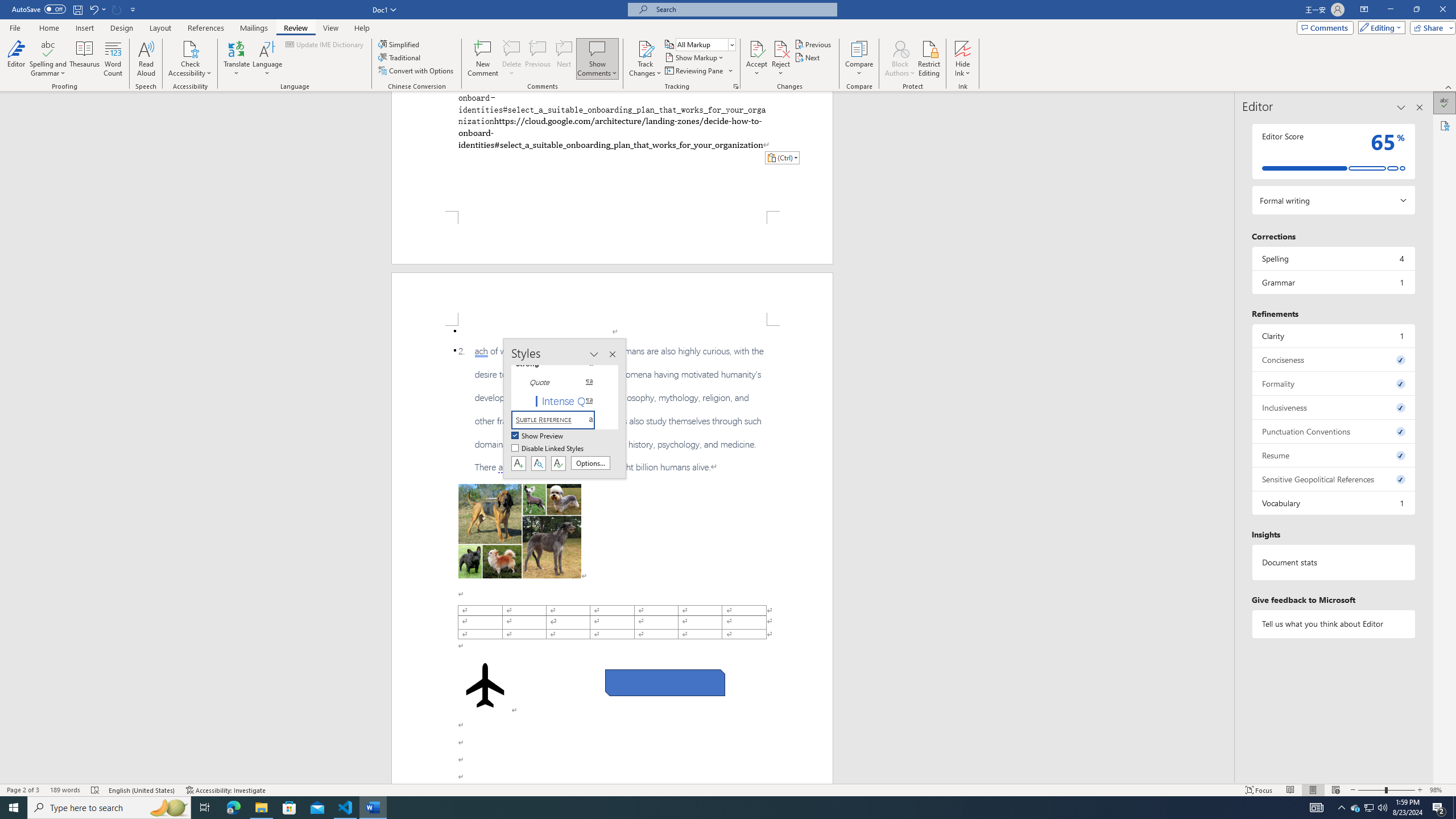 The height and width of the screenshot is (819, 1456). Describe the element at coordinates (417, 69) in the screenshot. I see `'Convert with Options...'` at that location.